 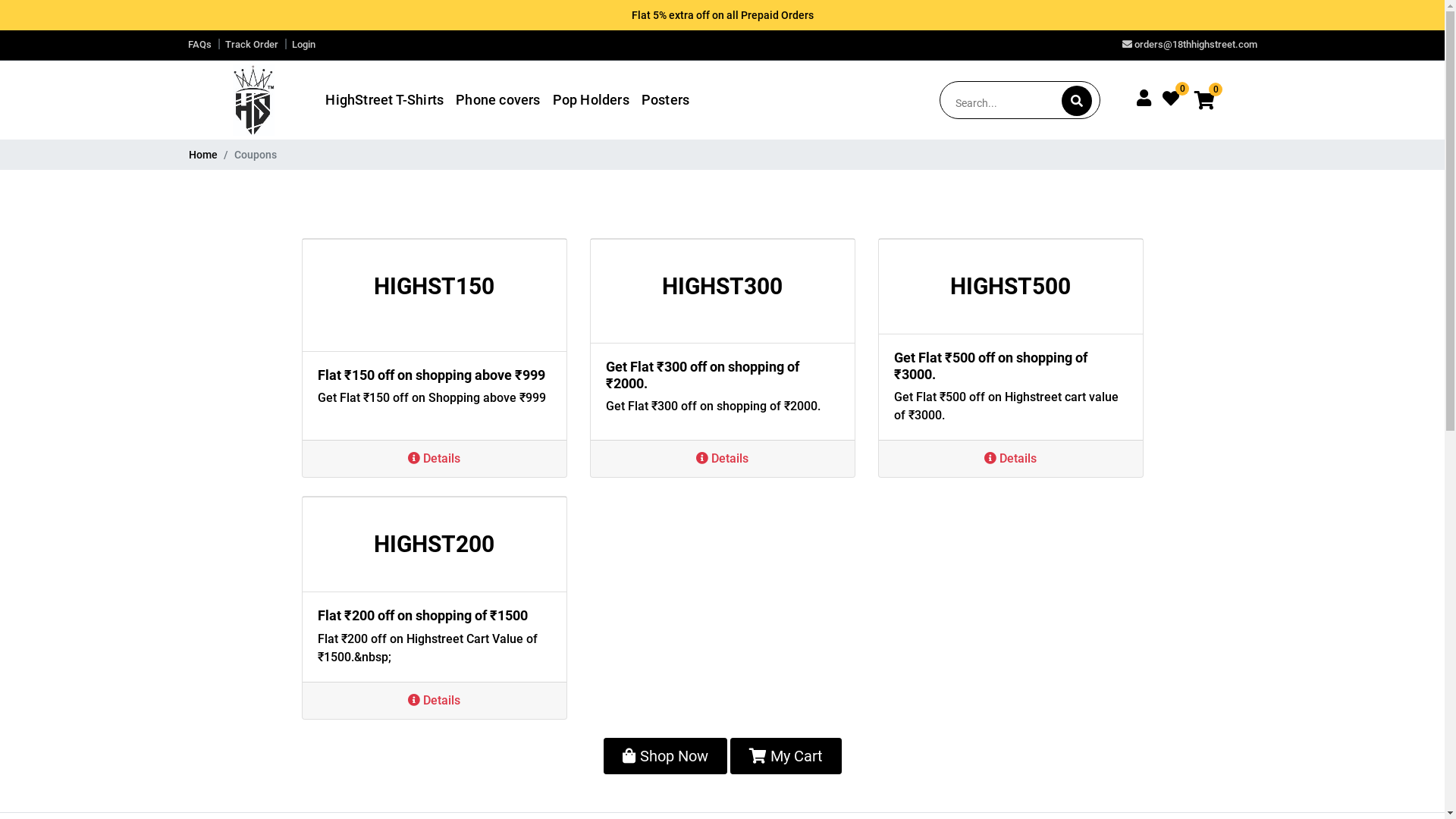 What do you see at coordinates (202, 155) in the screenshot?
I see `'Home'` at bounding box center [202, 155].